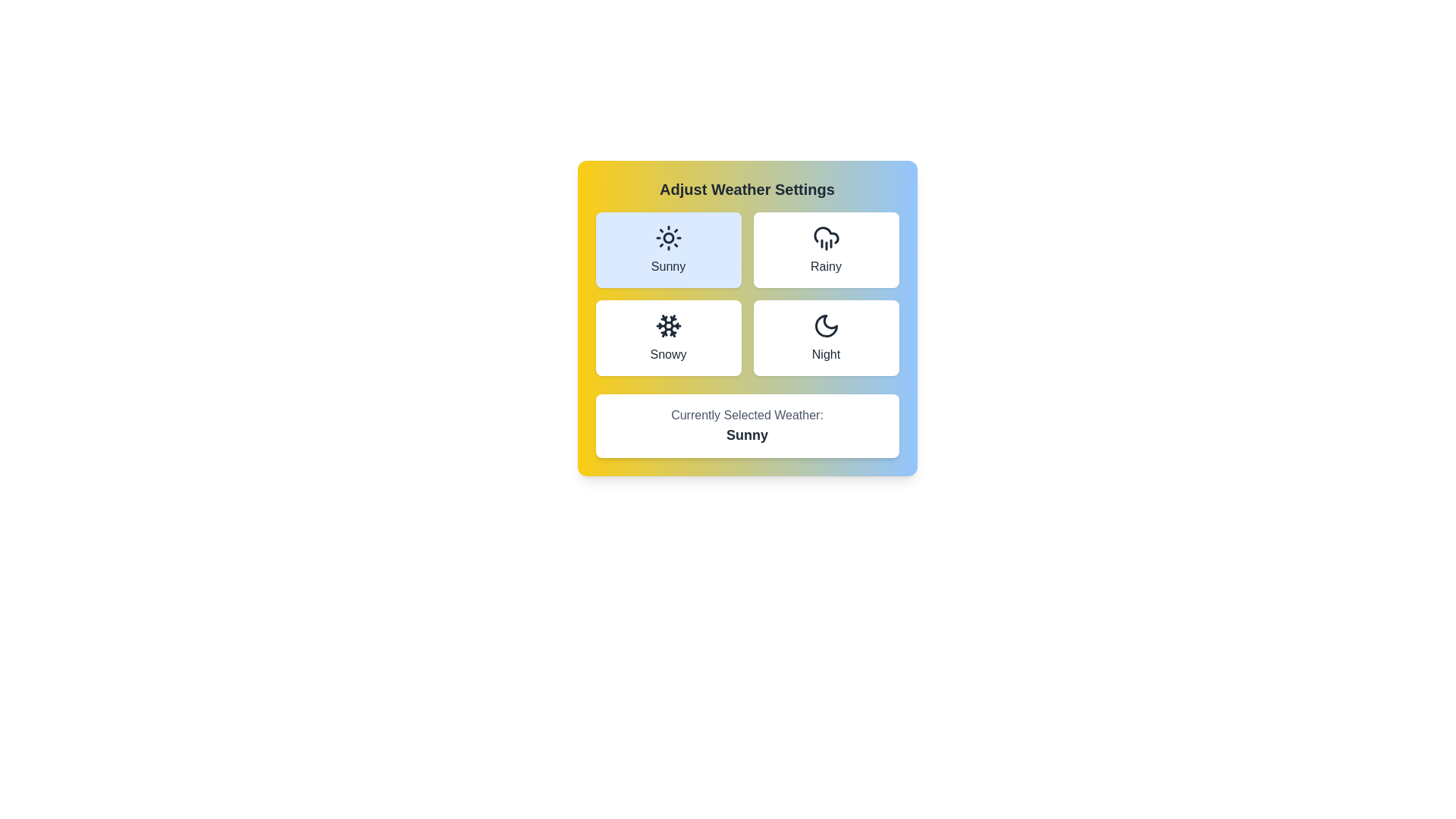 The image size is (1456, 819). Describe the element at coordinates (825, 249) in the screenshot. I see `the button representing the weather preference Rainy` at that location.